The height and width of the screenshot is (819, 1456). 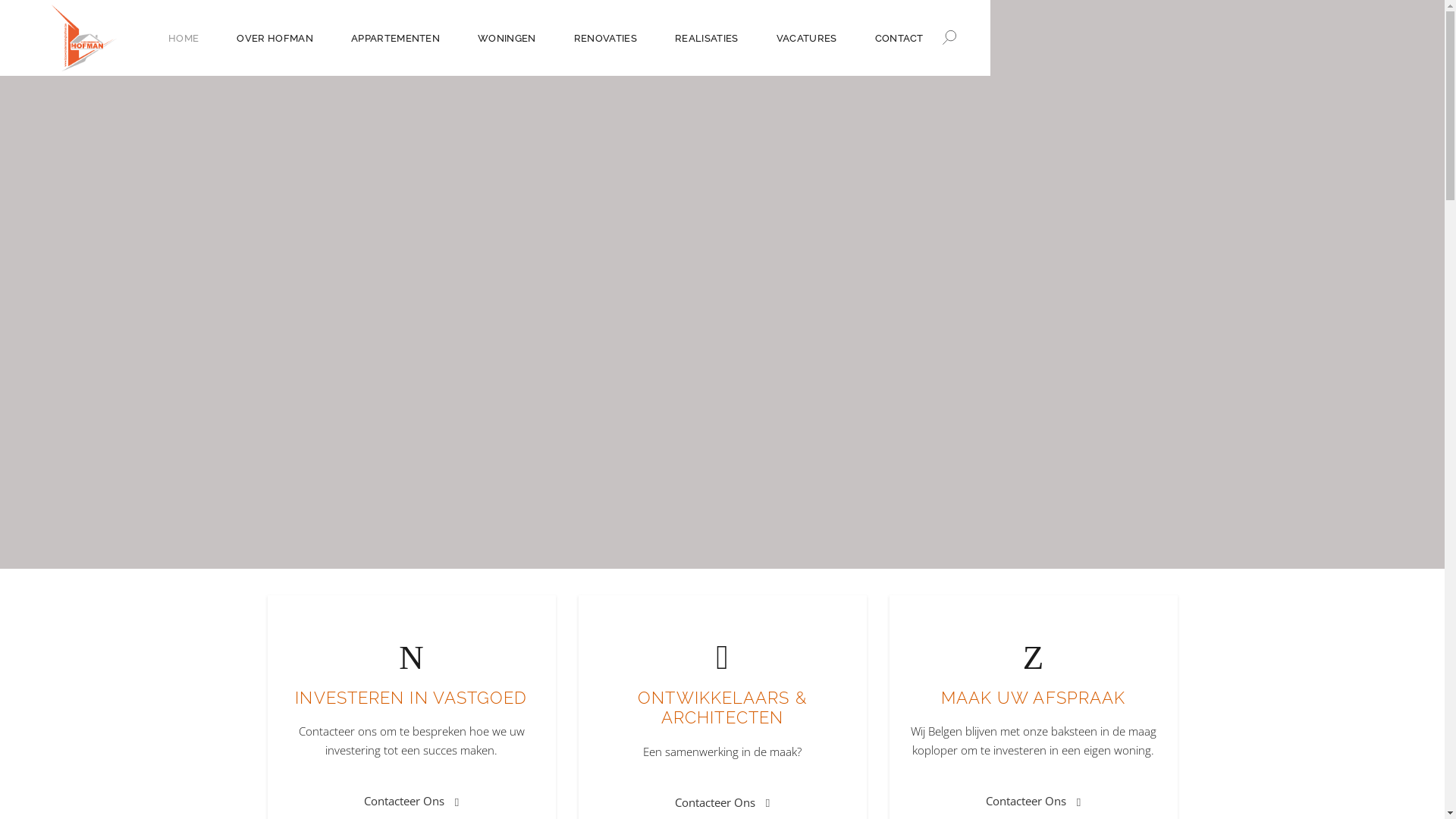 What do you see at coordinates (395, 36) in the screenshot?
I see `'APPARTEMENTEN'` at bounding box center [395, 36].